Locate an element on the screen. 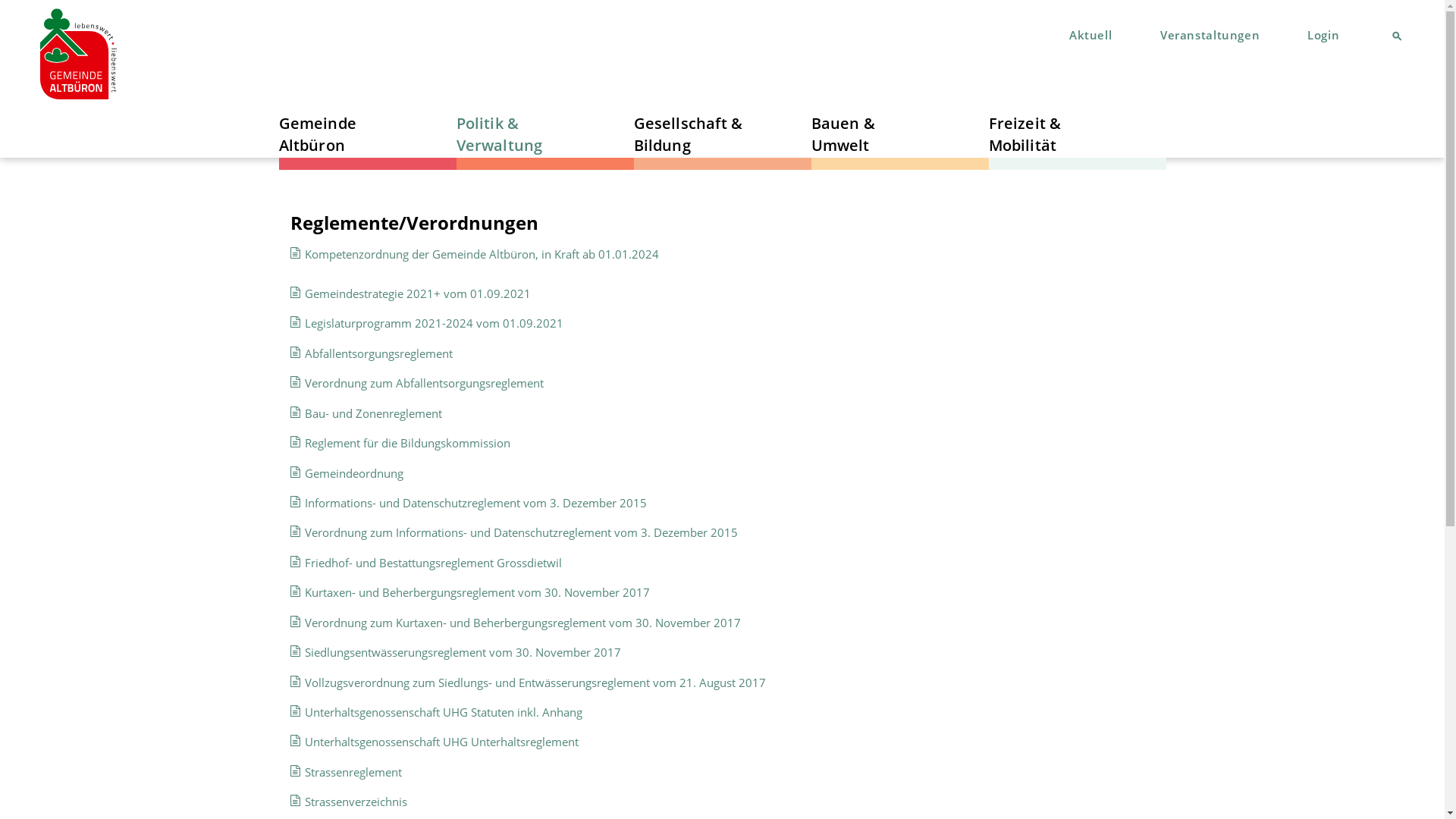 This screenshot has height=819, width=1456. 'Informations- und Datenschutzreglement vom 3. Dezember 2015' is located at coordinates (475, 503).